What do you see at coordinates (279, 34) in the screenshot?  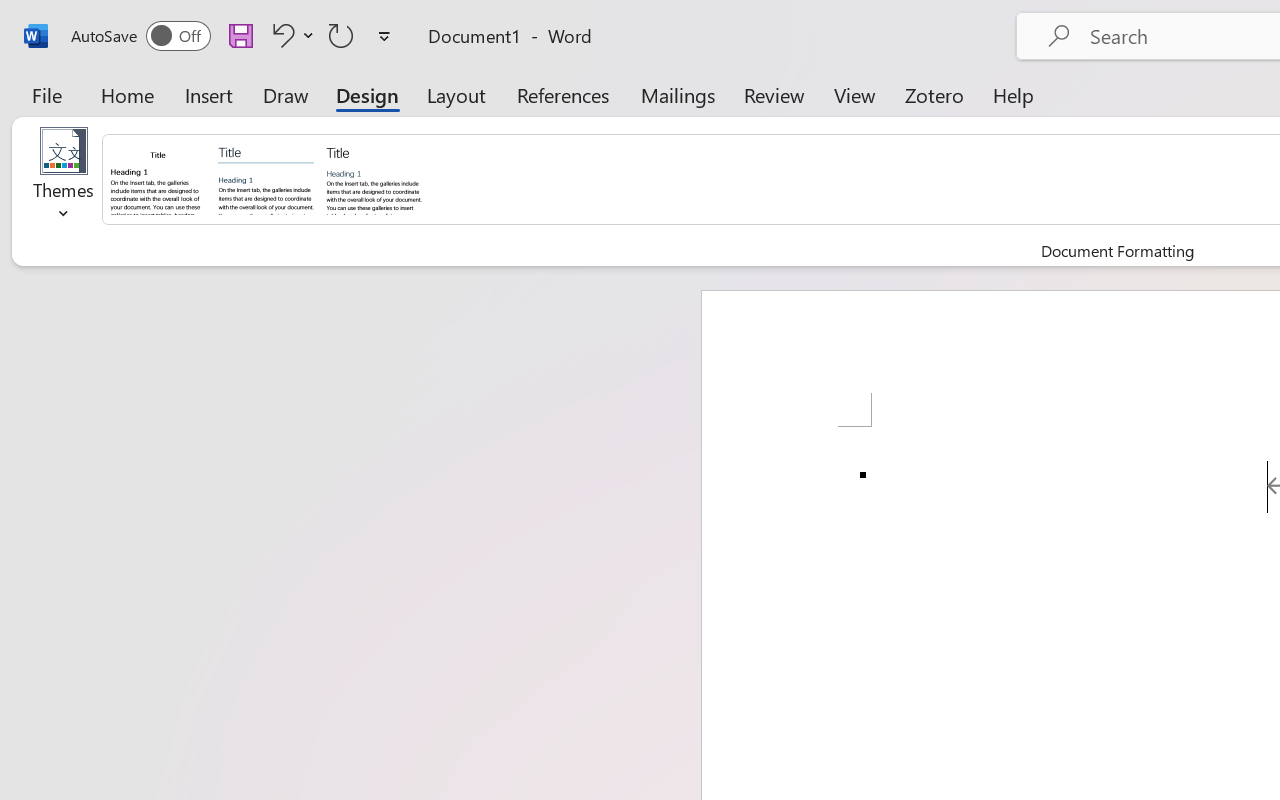 I see `'Undo Apply Quick Style Set'` at bounding box center [279, 34].